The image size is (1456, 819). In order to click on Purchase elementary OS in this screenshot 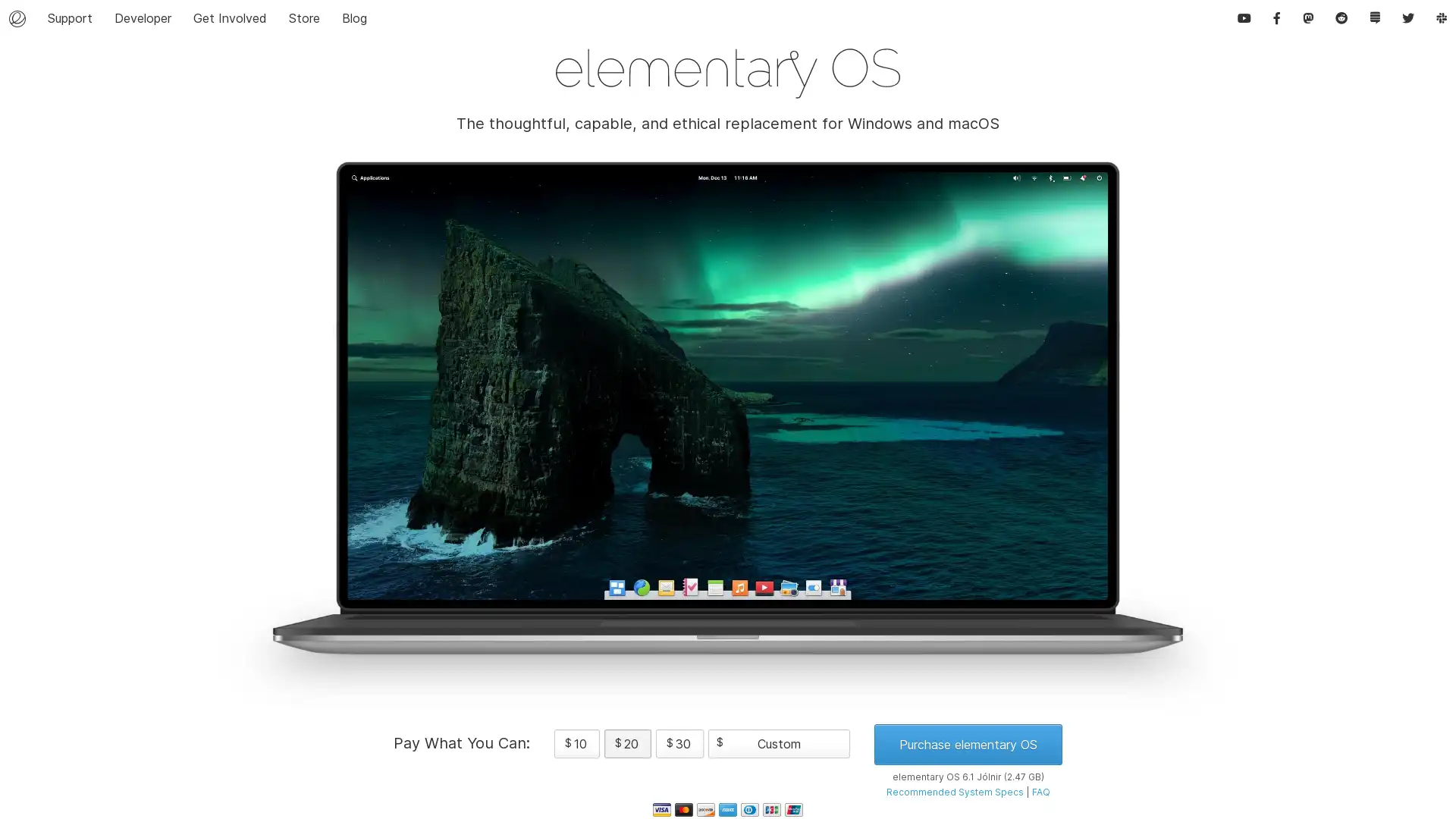, I will do `click(967, 744)`.